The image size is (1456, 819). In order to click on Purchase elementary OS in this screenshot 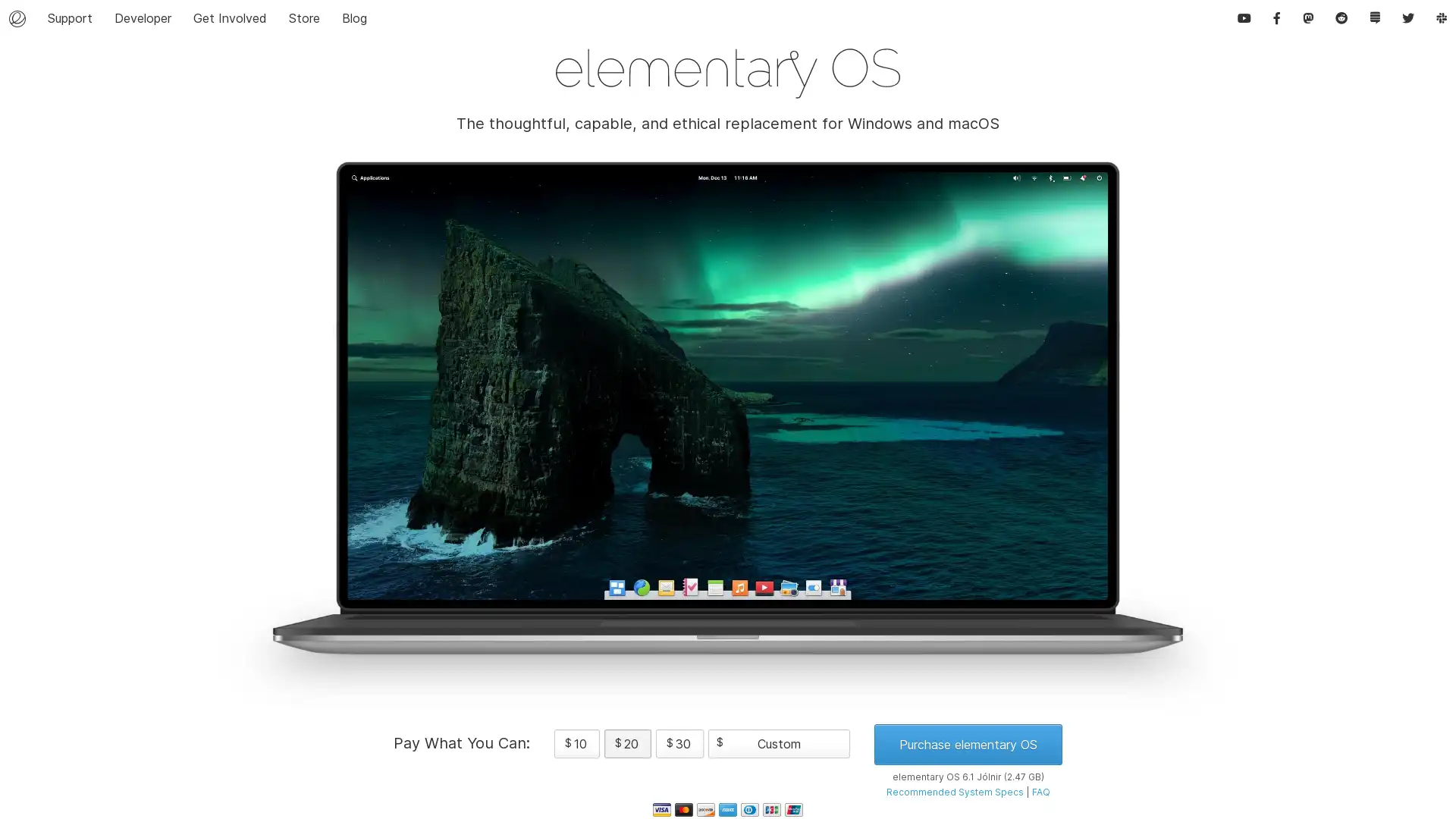, I will do `click(967, 744)`.